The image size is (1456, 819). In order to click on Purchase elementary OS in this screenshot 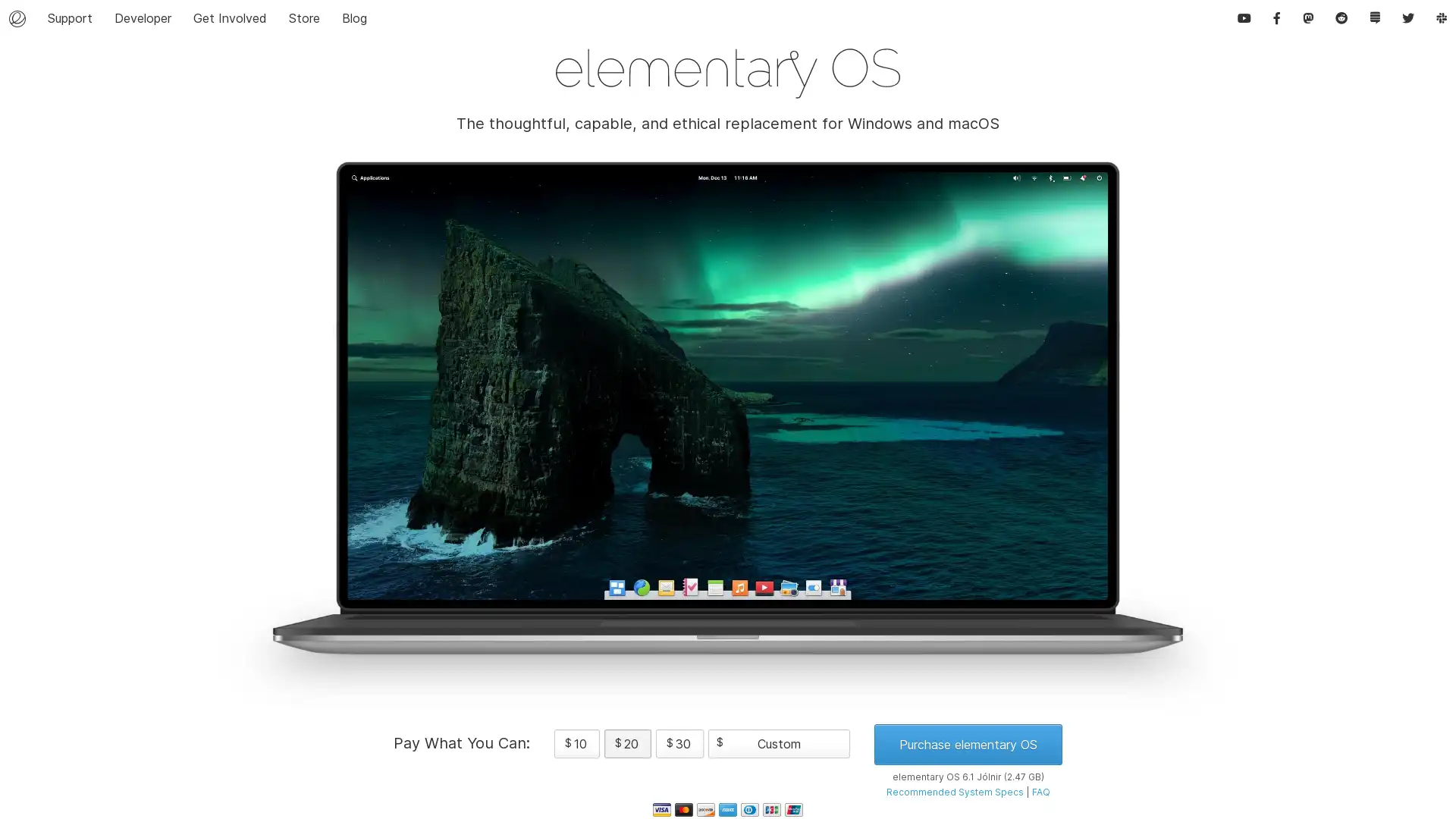, I will do `click(967, 744)`.